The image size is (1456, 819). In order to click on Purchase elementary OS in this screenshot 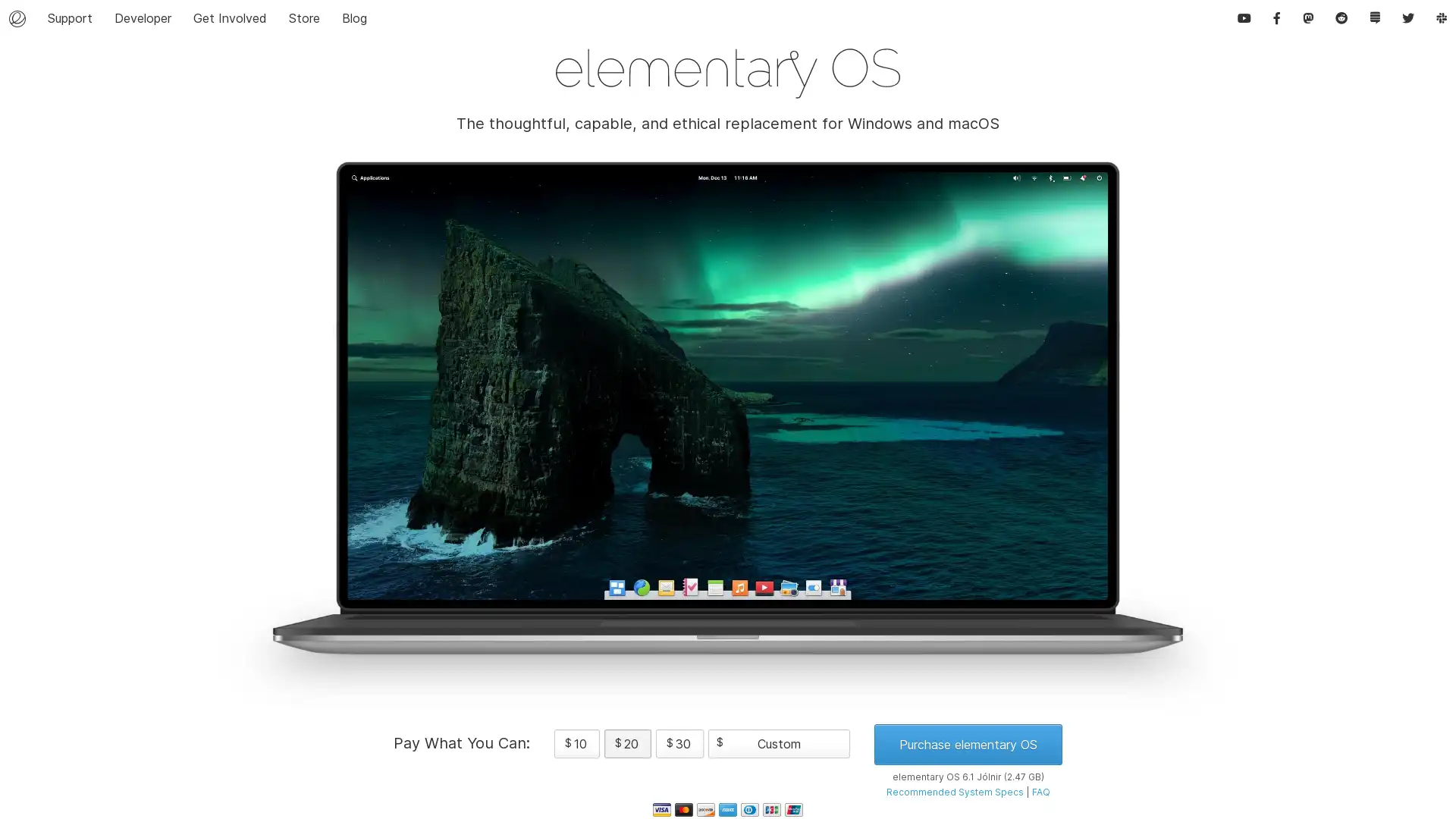, I will do `click(967, 744)`.